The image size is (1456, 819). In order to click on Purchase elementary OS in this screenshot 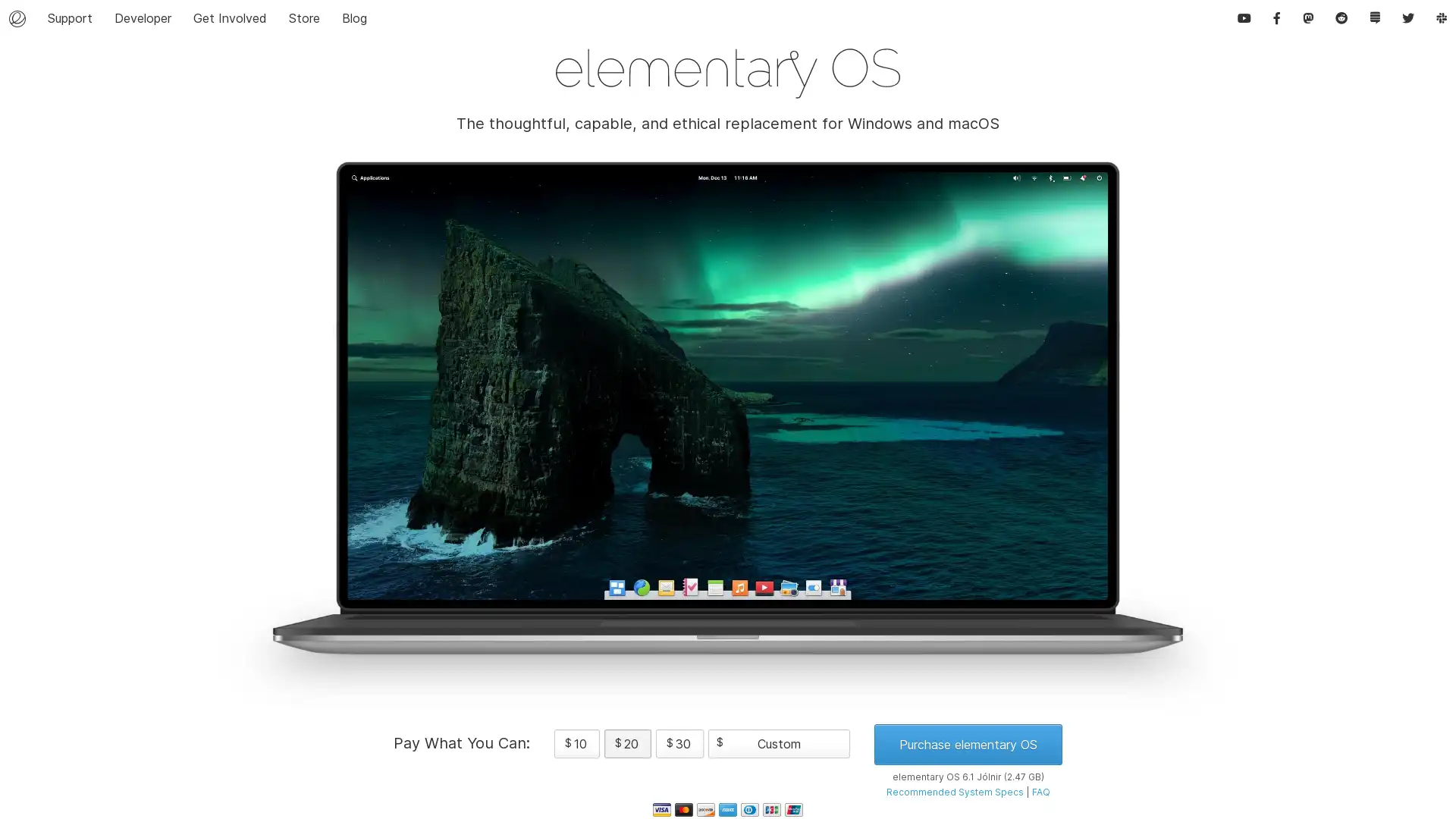, I will do `click(967, 744)`.